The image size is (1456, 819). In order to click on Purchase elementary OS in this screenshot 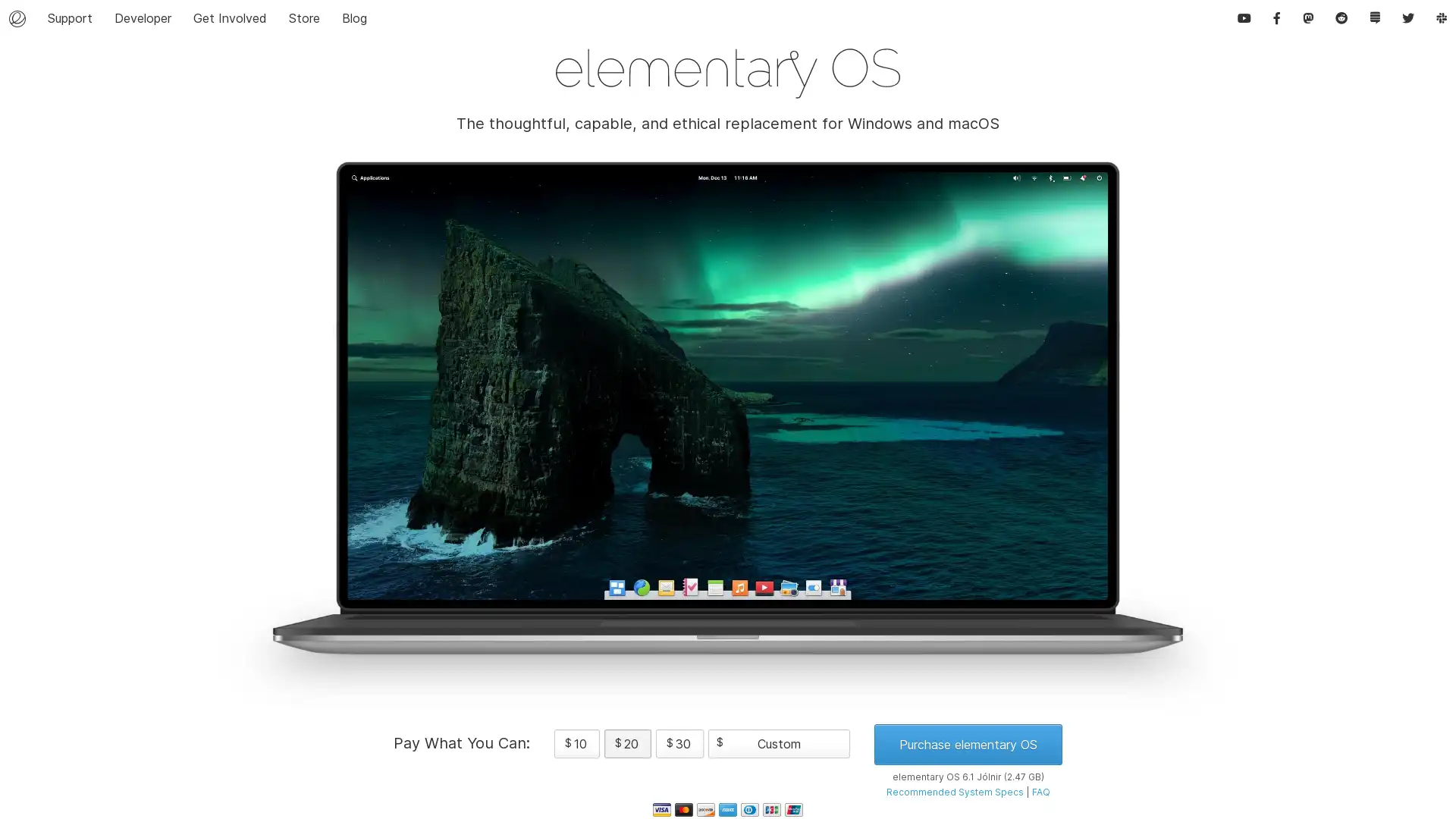, I will do `click(967, 744)`.